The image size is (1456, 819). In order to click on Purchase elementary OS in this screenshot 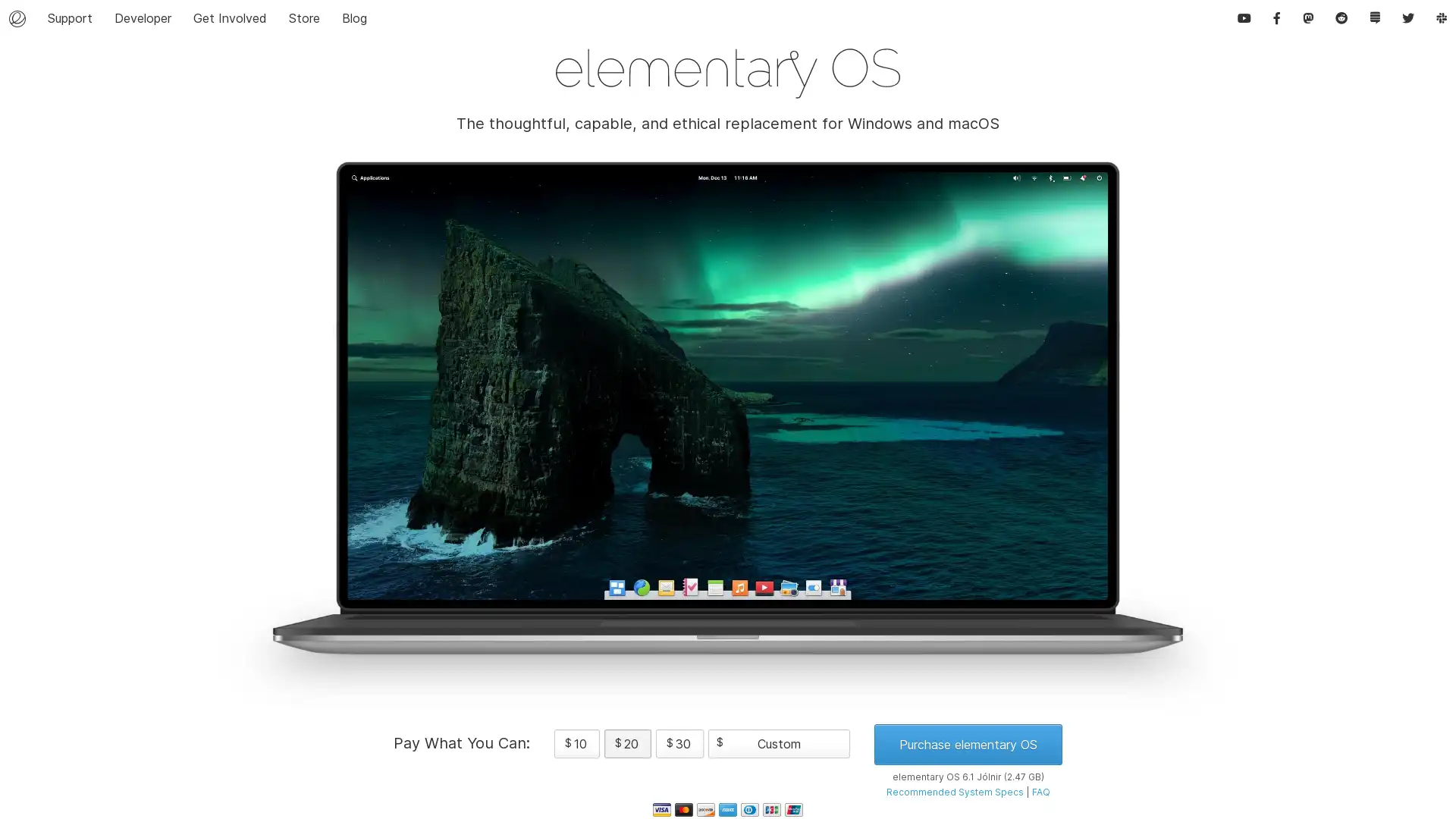, I will do `click(967, 744)`.